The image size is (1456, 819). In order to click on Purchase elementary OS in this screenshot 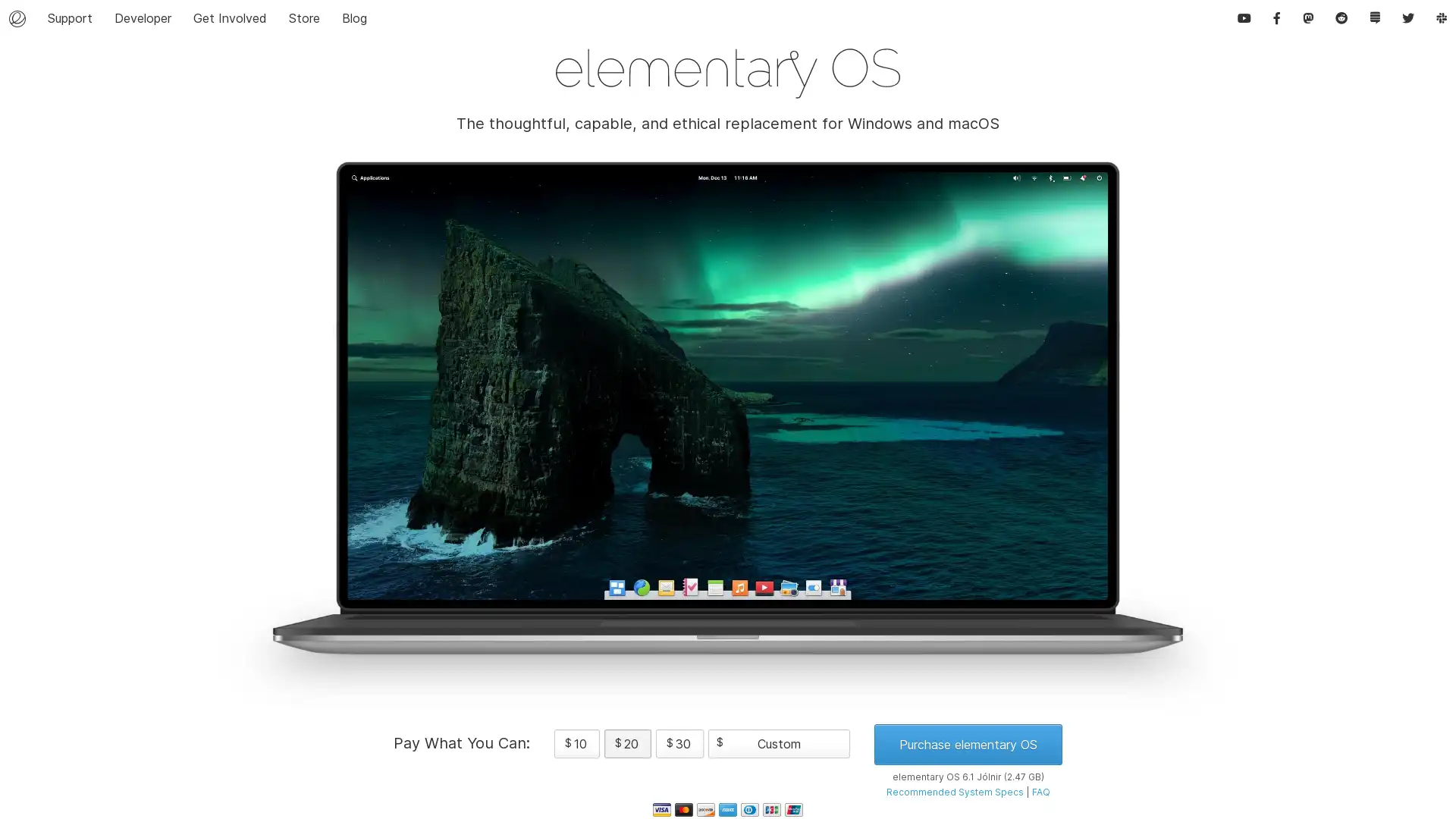, I will do `click(967, 744)`.